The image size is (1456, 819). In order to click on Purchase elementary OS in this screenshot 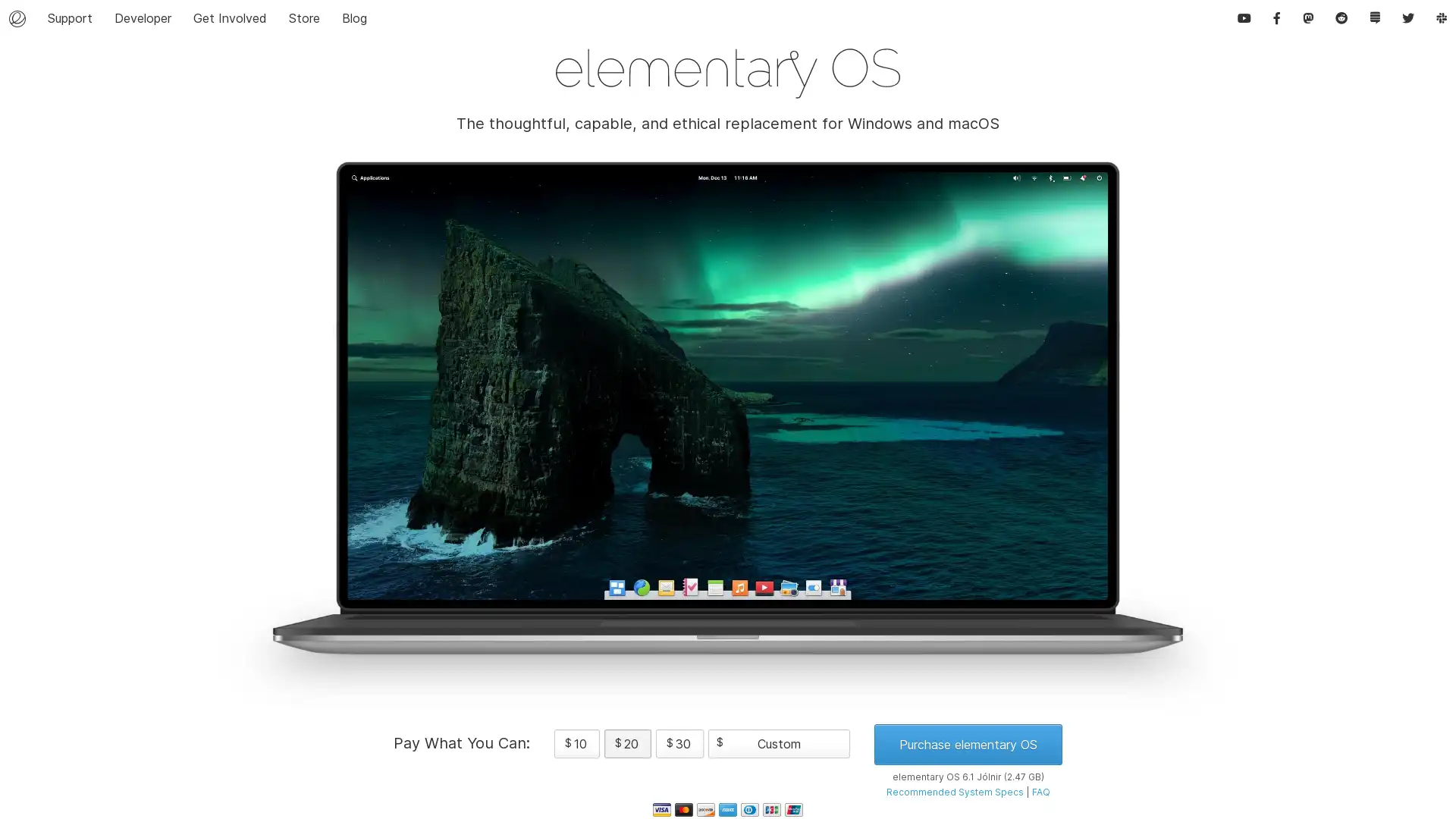, I will do `click(967, 744)`.